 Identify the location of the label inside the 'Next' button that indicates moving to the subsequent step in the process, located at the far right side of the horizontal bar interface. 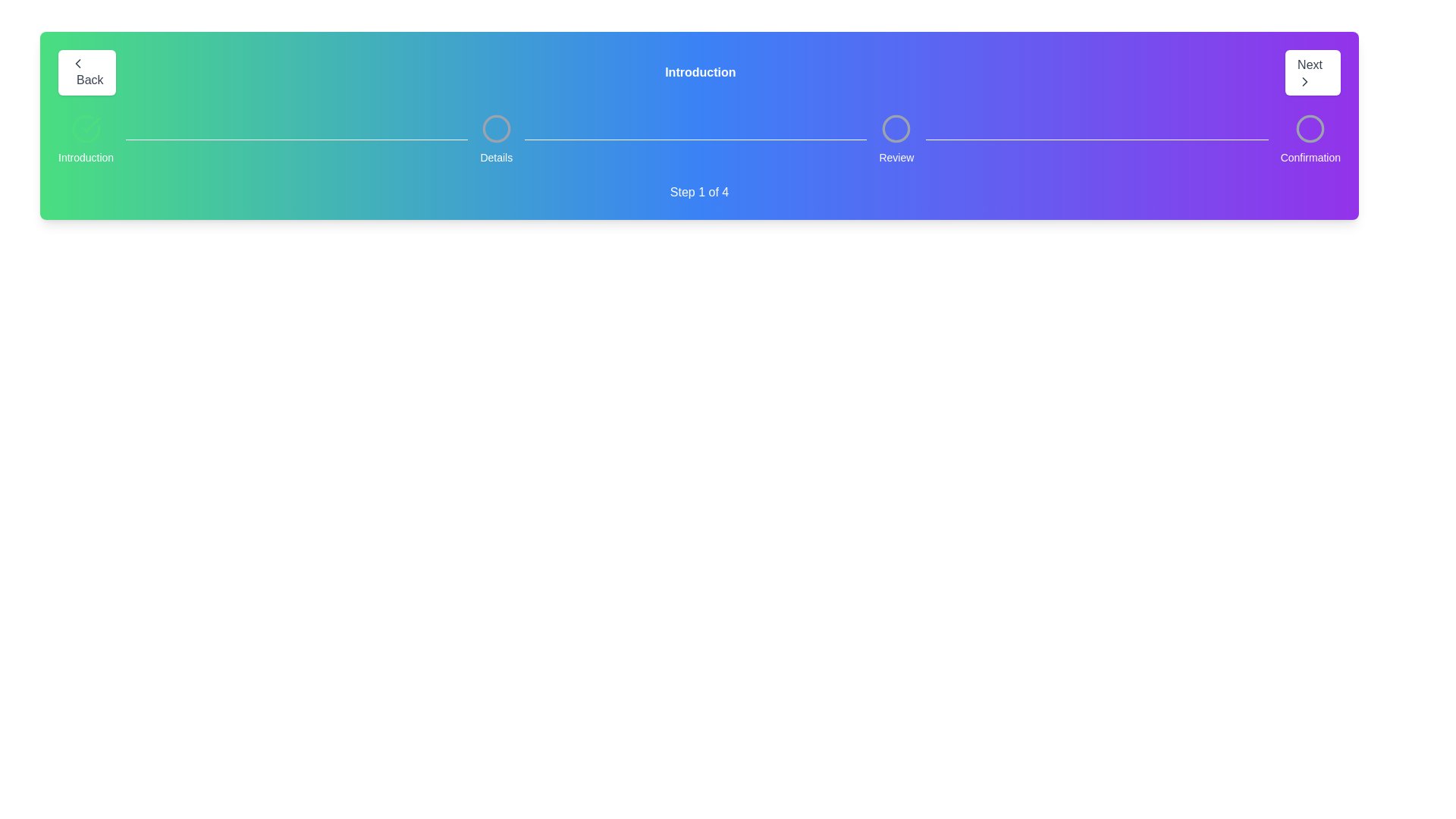
(1309, 64).